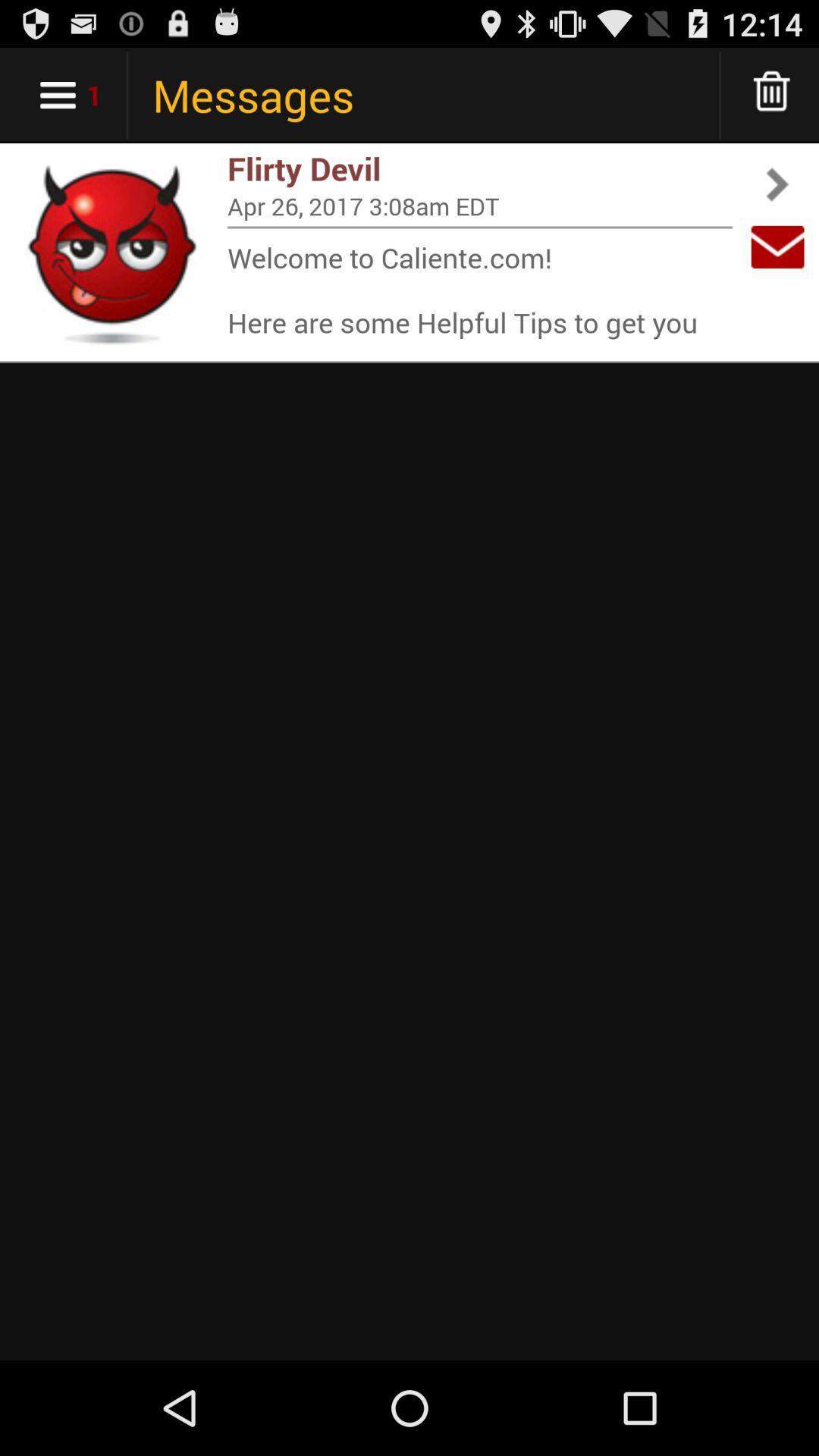  Describe the element at coordinates (479, 289) in the screenshot. I see `the welcome to caliente icon` at that location.